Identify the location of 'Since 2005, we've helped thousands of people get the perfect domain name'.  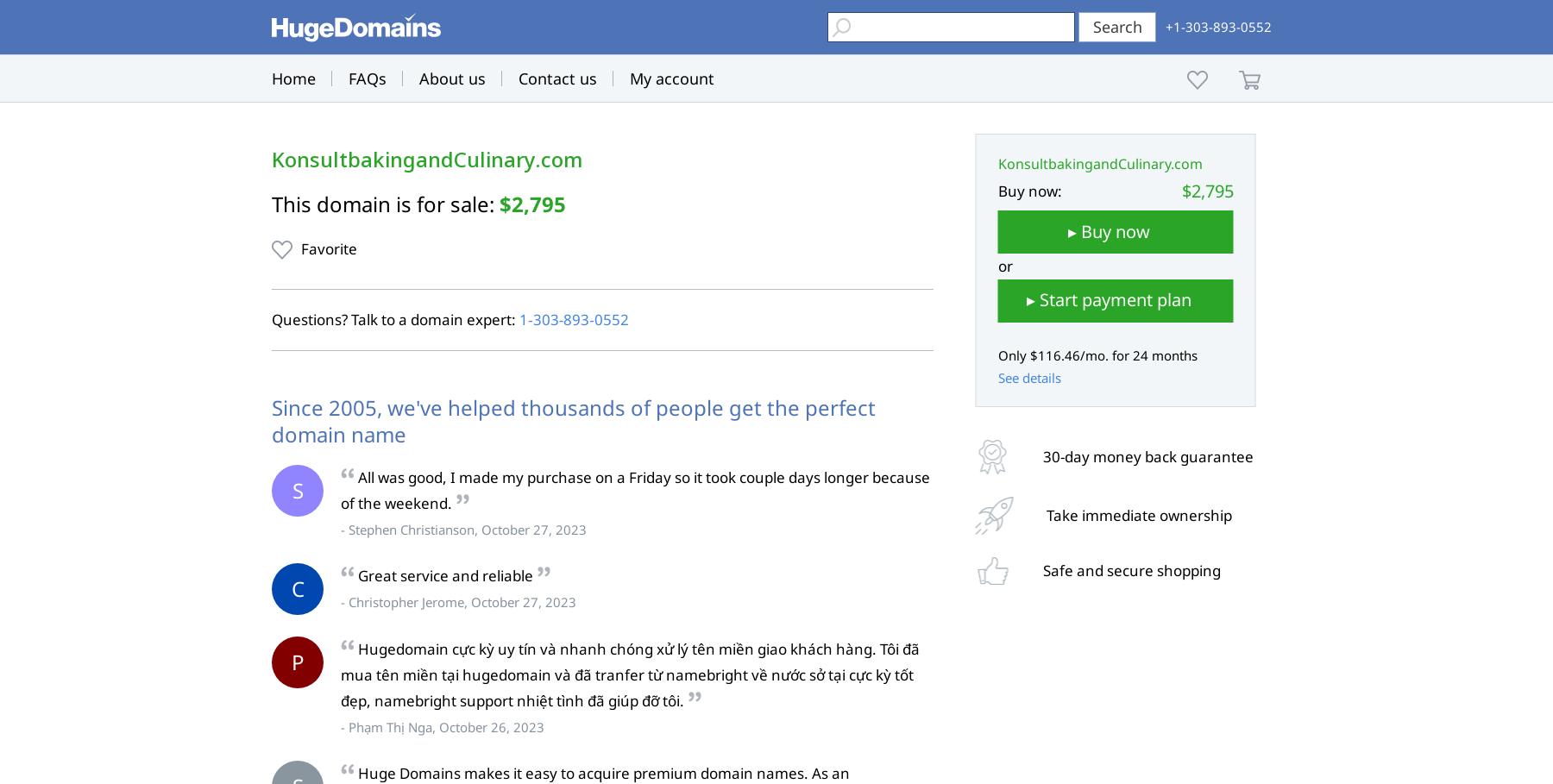
(271, 420).